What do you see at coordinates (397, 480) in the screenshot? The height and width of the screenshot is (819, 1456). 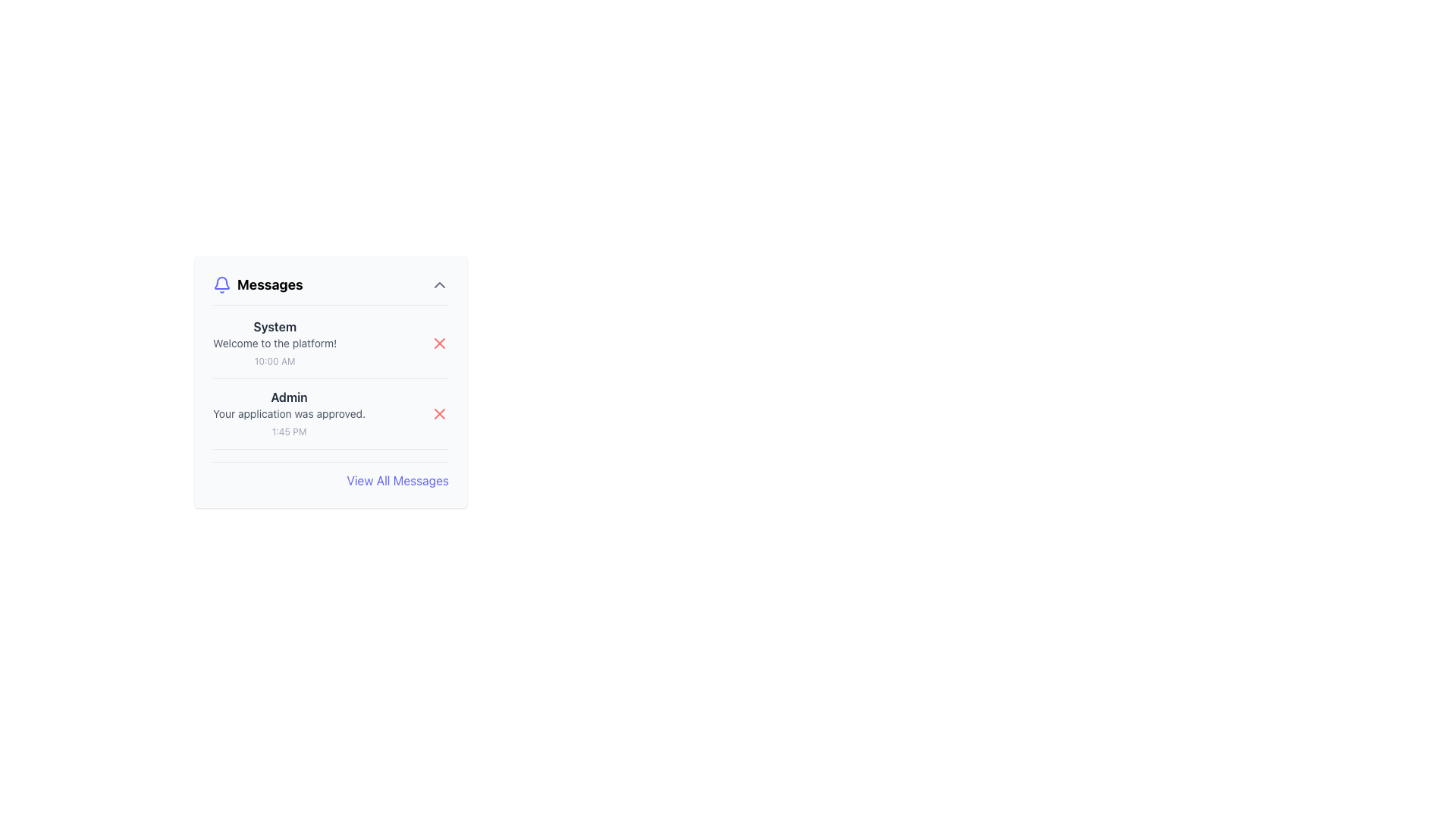 I see `the hyperlink in the bottom-right corner of the 'Messages' card to trigger hover effects` at bounding box center [397, 480].